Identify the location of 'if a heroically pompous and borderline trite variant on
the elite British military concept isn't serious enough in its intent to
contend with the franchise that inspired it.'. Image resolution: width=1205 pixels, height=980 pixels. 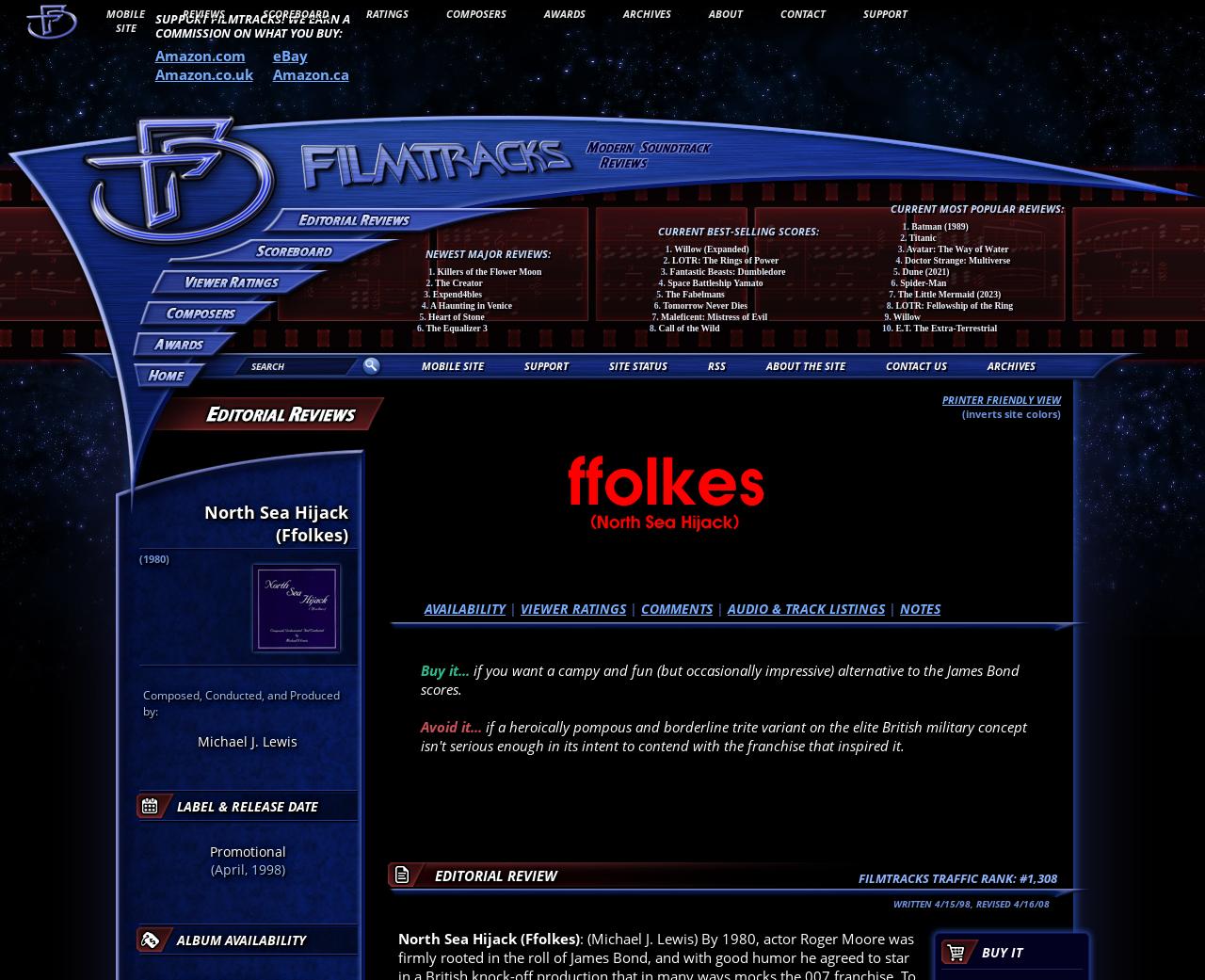
(723, 735).